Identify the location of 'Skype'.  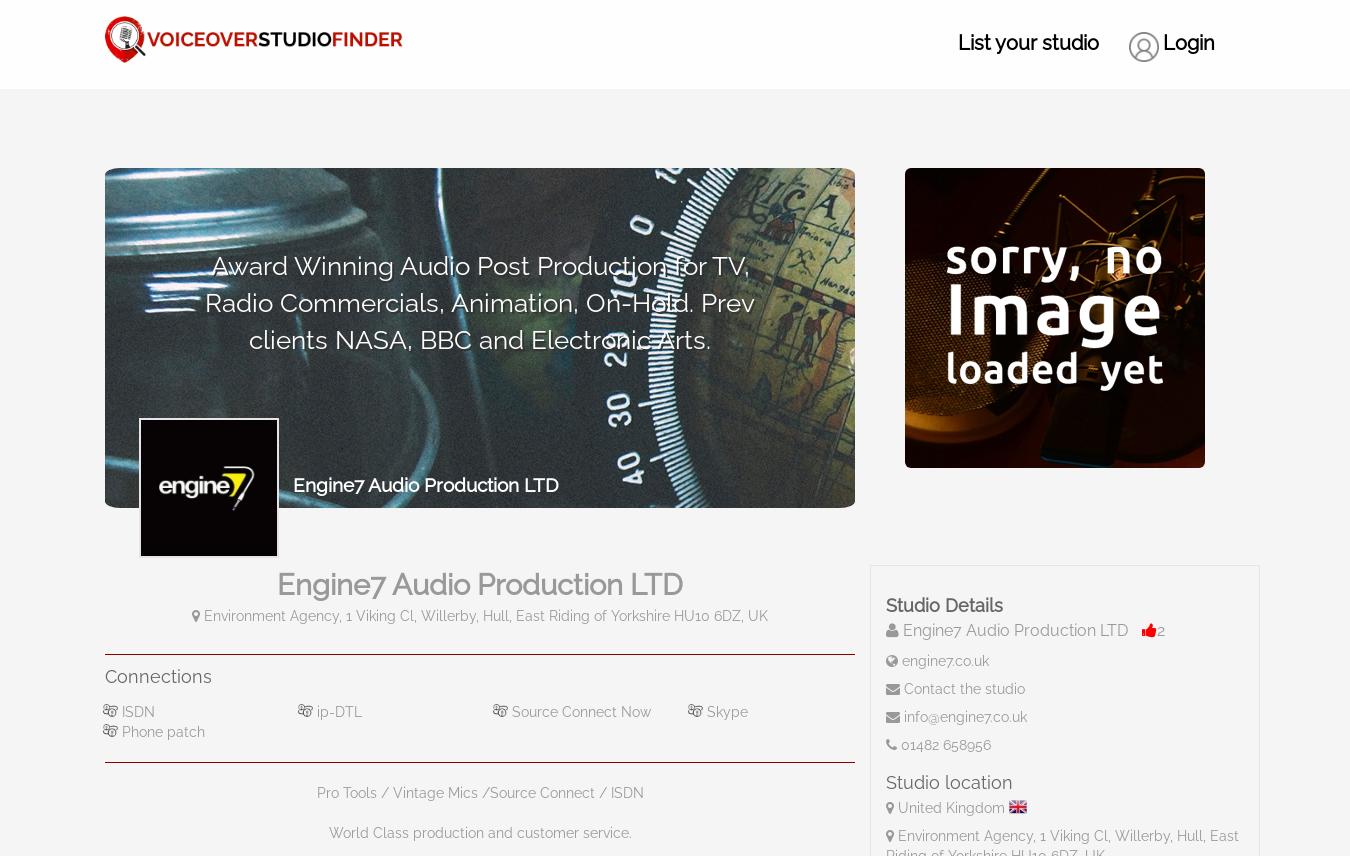
(724, 709).